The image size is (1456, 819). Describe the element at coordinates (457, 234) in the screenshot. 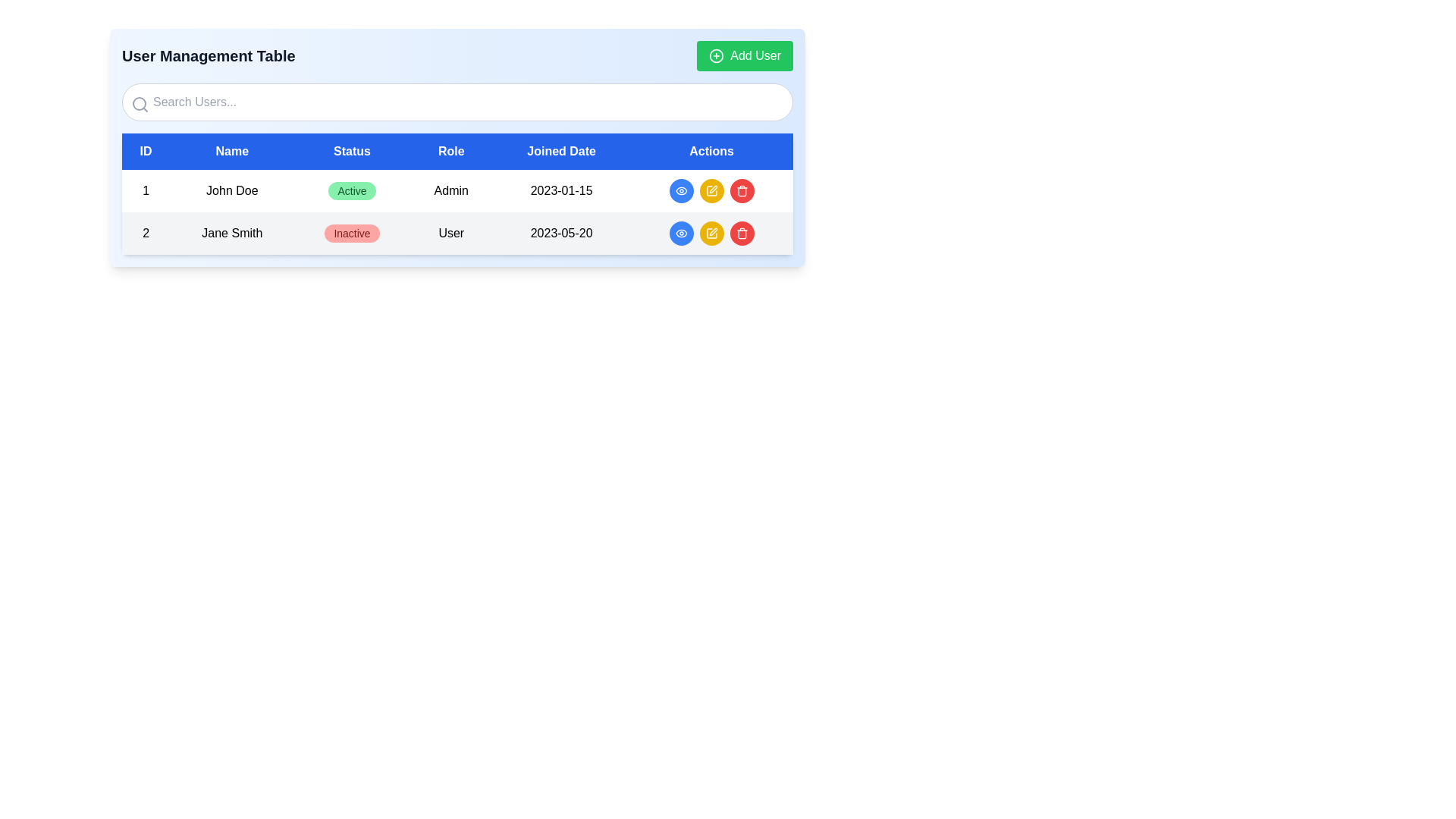

I see `on the second row of the user management table that contains the information for 'Jane Smith'` at that location.